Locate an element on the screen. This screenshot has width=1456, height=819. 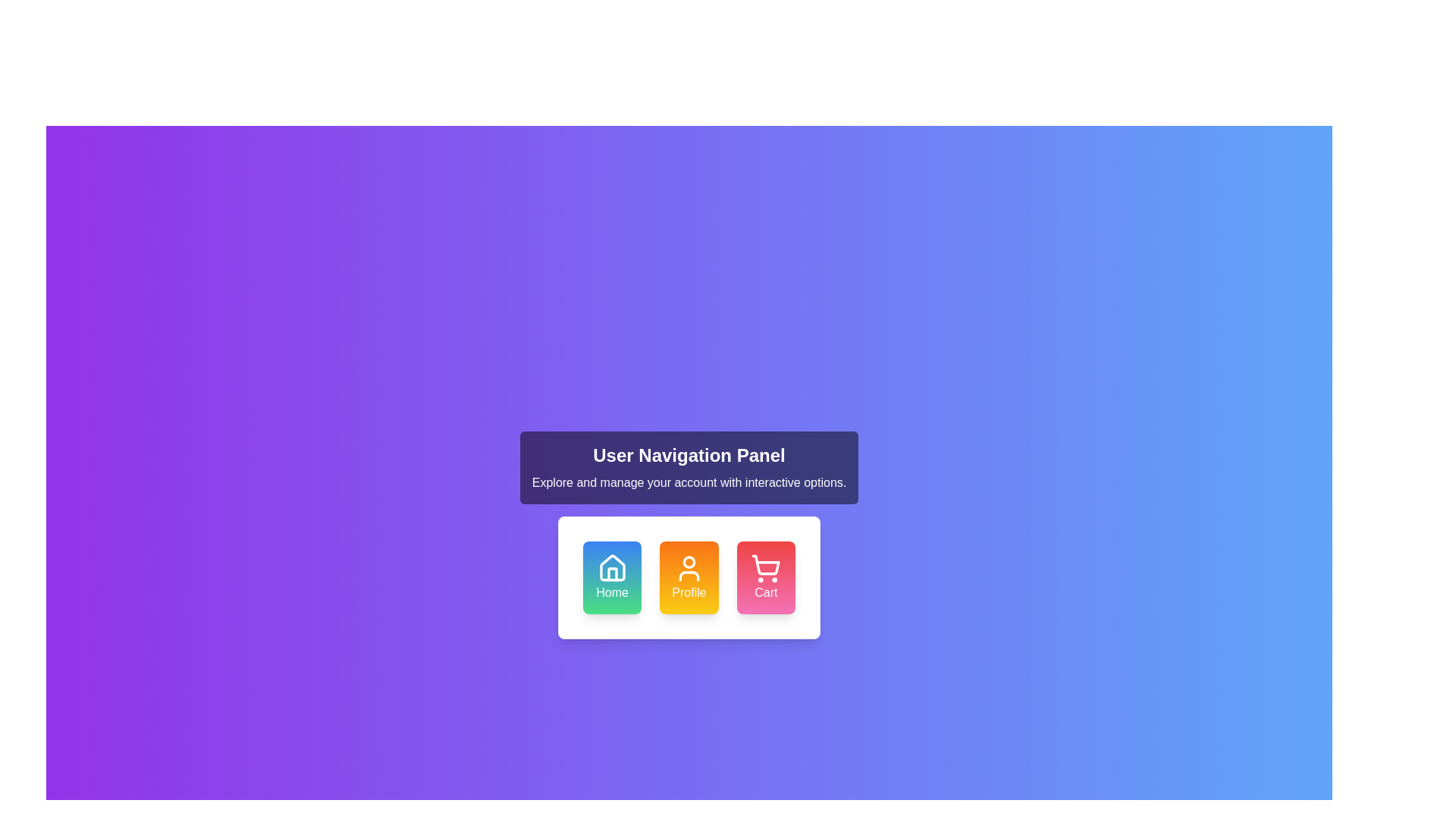
the shopping cart icon, which is the third icon from the left in the 'User Navigation Panel' and is part of the button labeled 'Cart' is located at coordinates (766, 568).